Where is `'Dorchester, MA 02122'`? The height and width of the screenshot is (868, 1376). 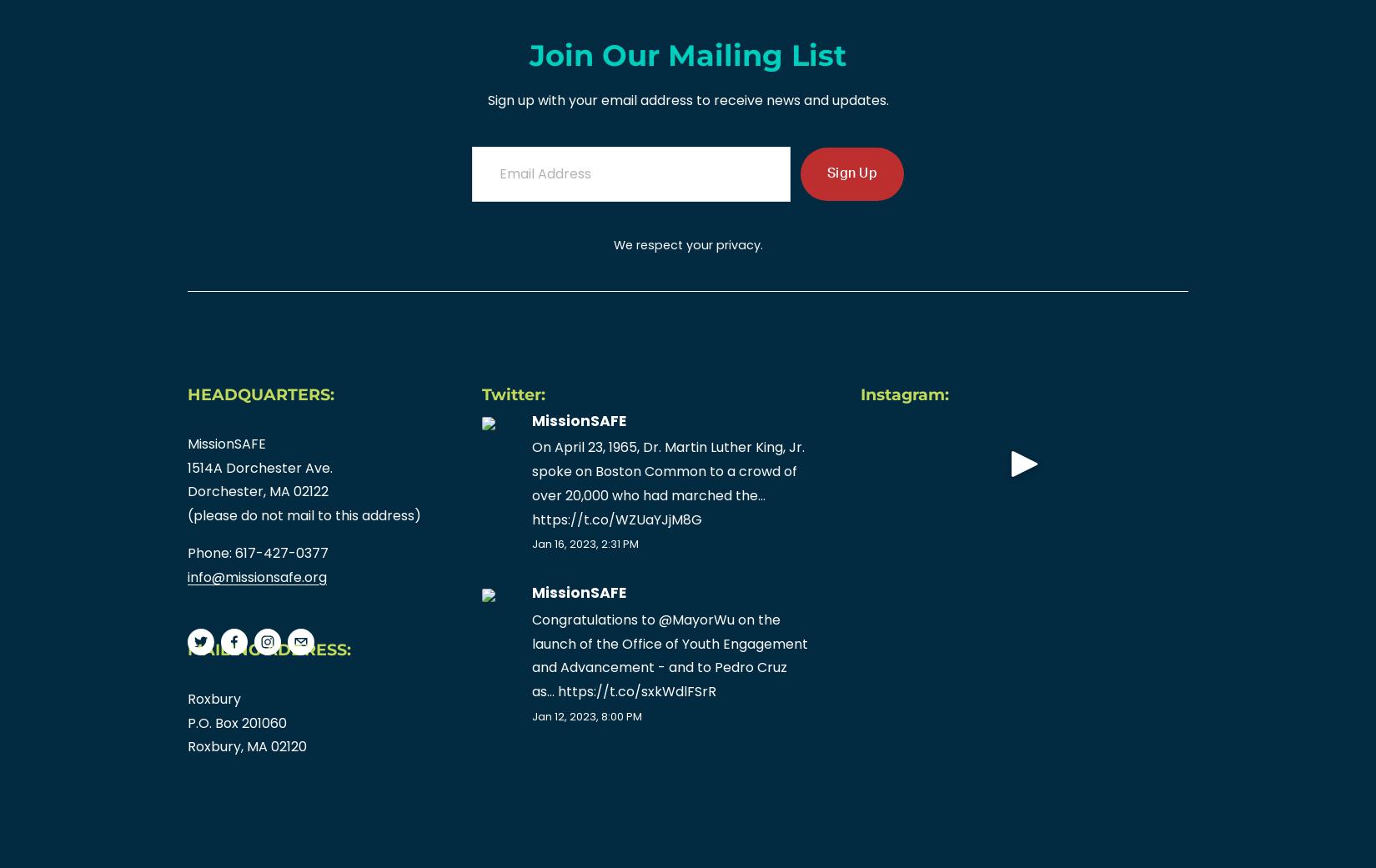 'Dorchester, MA 02122' is located at coordinates (259, 491).